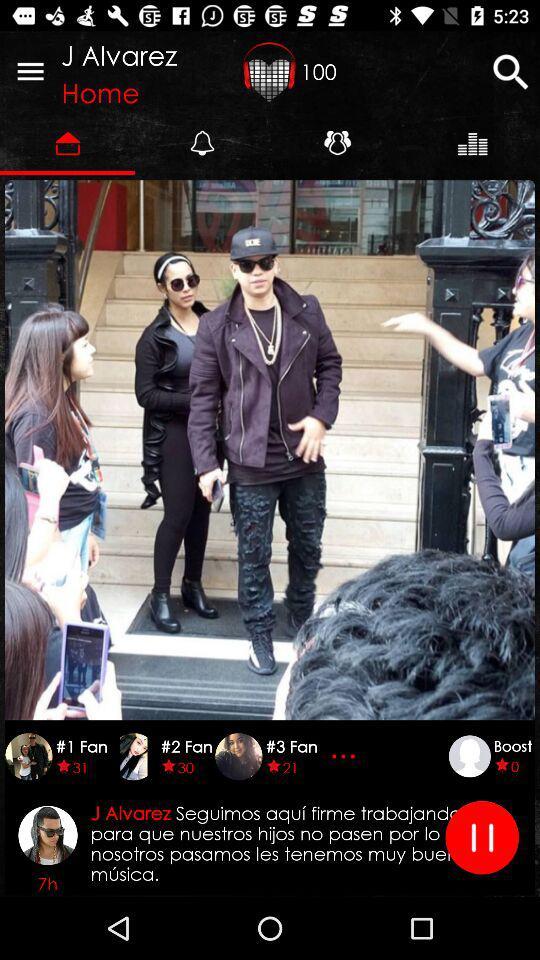 Image resolution: width=540 pixels, height=960 pixels. Describe the element at coordinates (481, 837) in the screenshot. I see `the pause icon` at that location.